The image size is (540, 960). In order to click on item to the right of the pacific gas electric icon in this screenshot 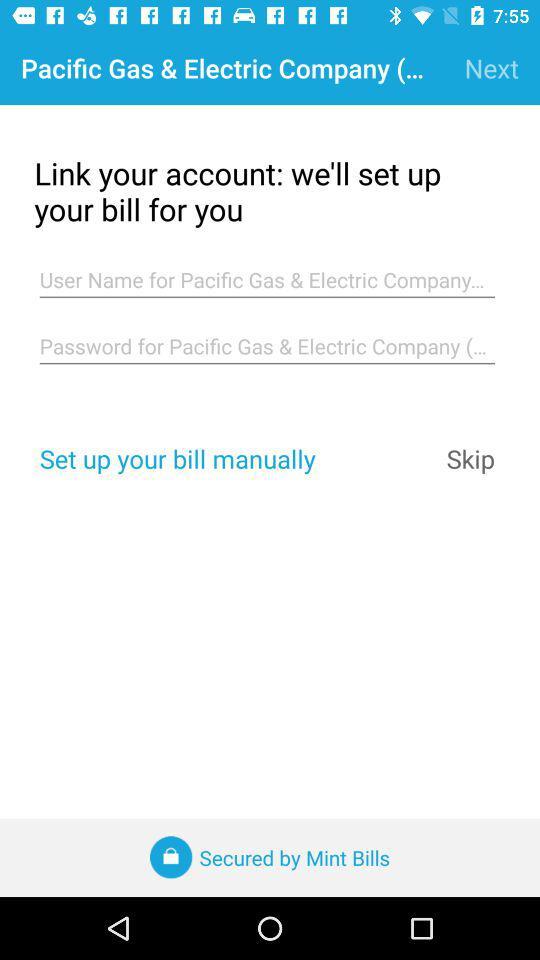, I will do `click(490, 68)`.